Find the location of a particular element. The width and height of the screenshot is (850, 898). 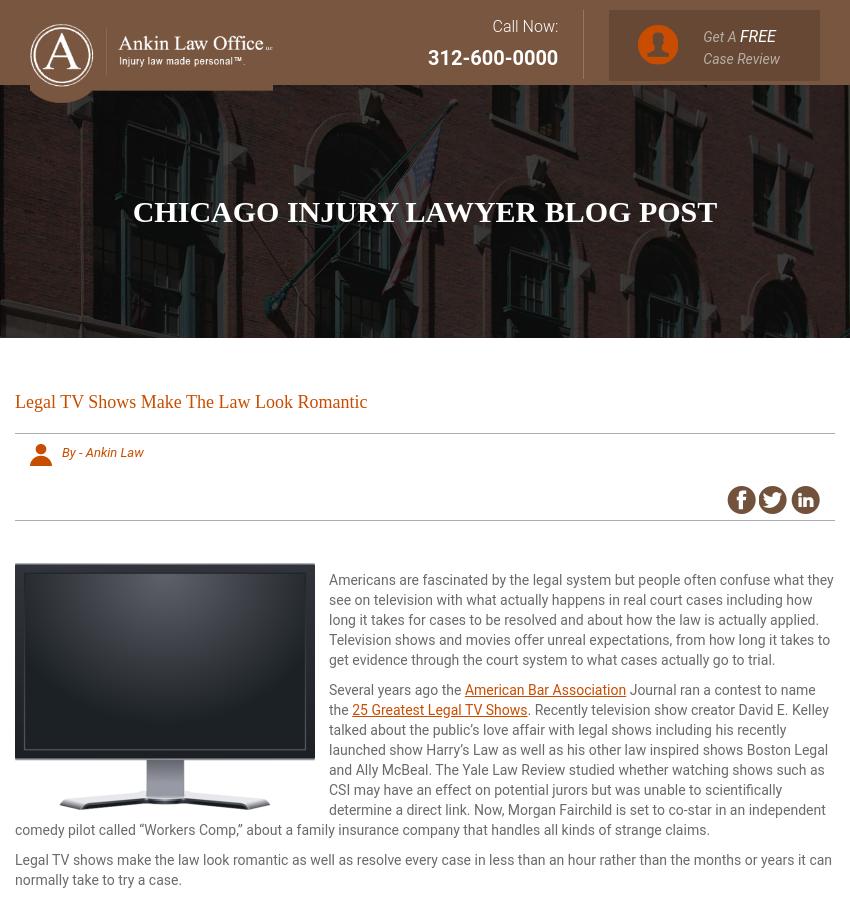

'By - Ankin Law' is located at coordinates (101, 451).